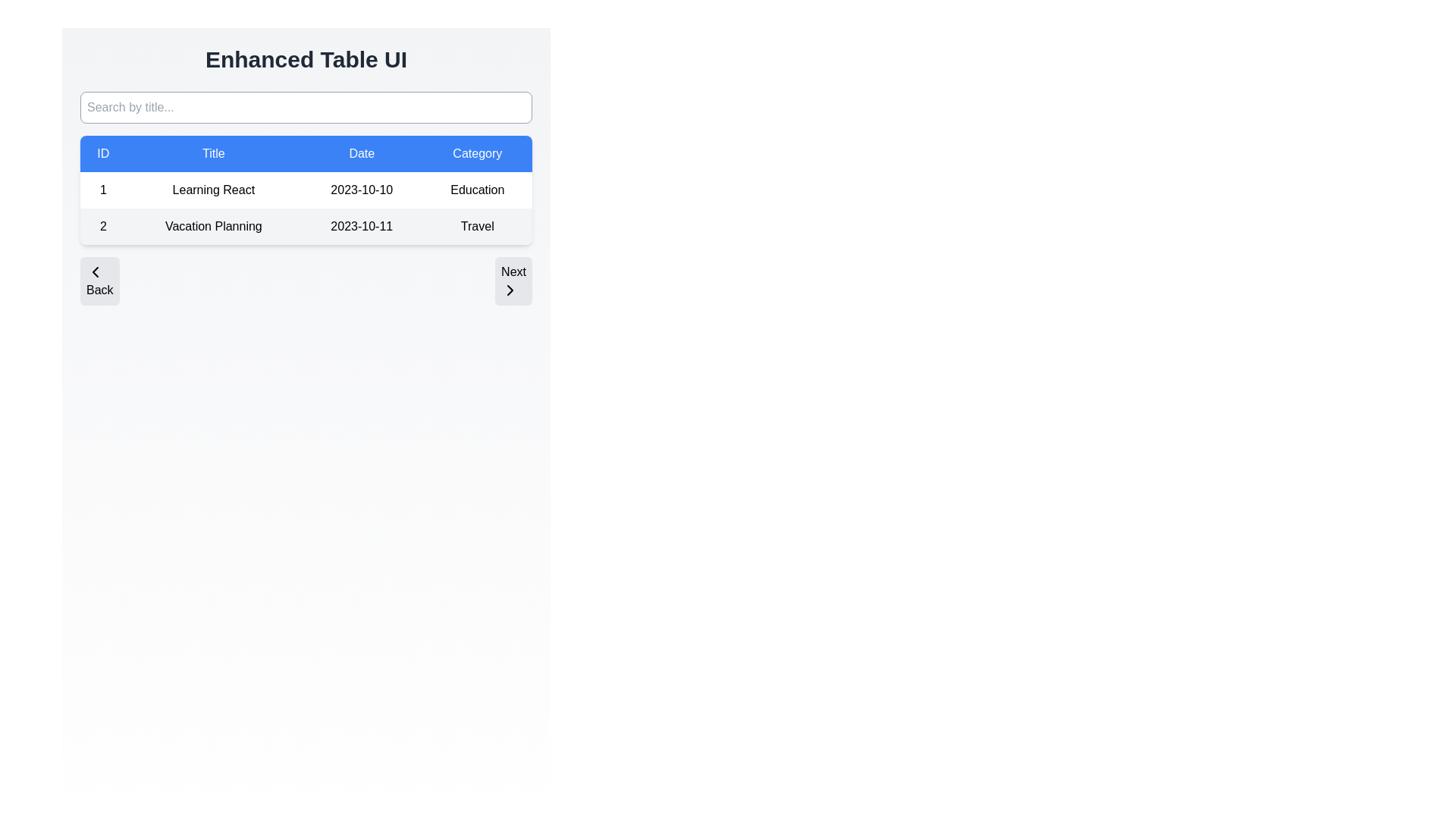 The height and width of the screenshot is (819, 1456). Describe the element at coordinates (476, 227) in the screenshot. I see `the static text element that indicates the category classification 'Travel' located in the third column of the second row of the table, following the 'Date' cell with the value '2023-10-11'` at that location.